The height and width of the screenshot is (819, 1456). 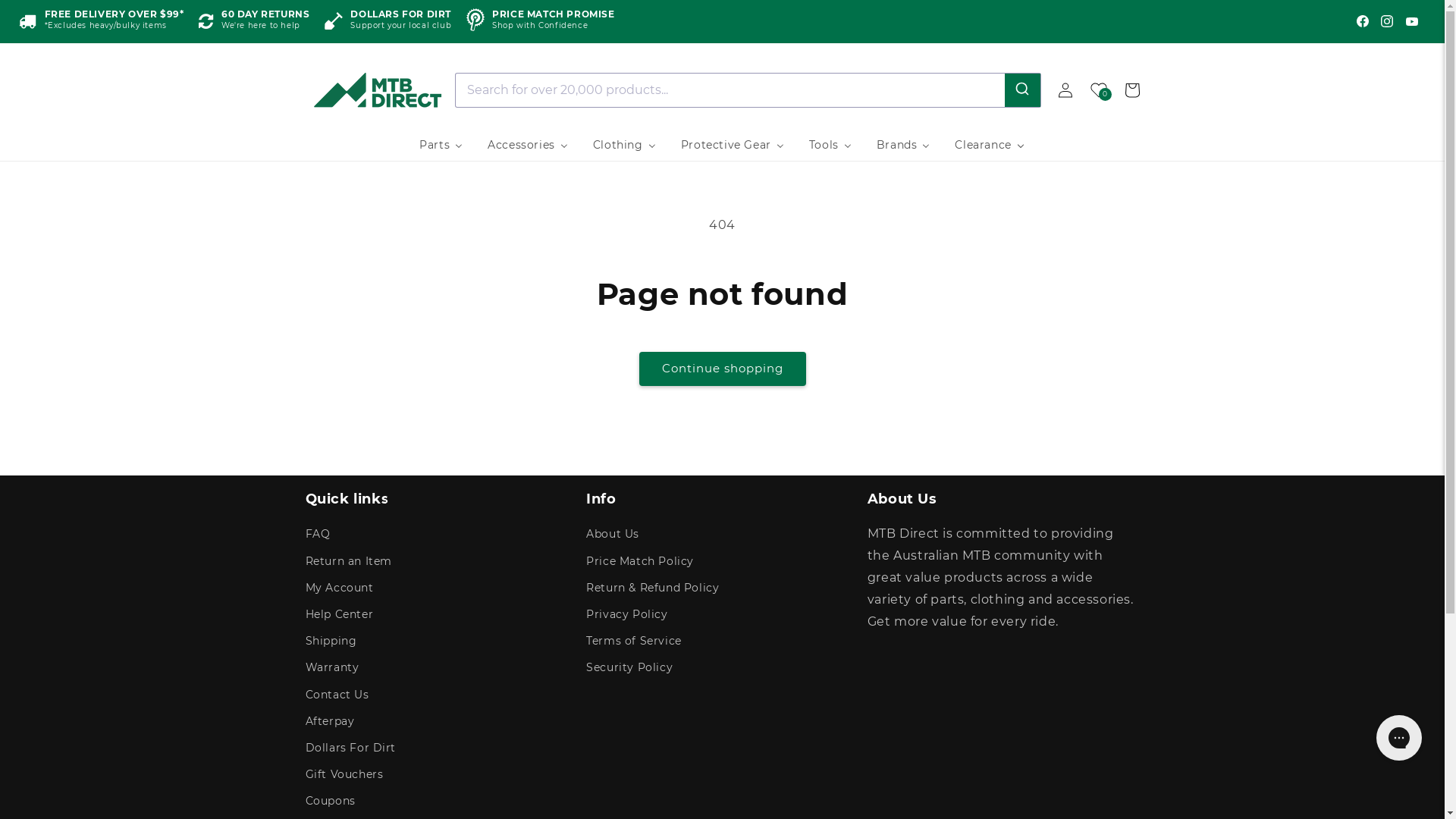 I want to click on 'Privacy Policy', so click(x=626, y=614).